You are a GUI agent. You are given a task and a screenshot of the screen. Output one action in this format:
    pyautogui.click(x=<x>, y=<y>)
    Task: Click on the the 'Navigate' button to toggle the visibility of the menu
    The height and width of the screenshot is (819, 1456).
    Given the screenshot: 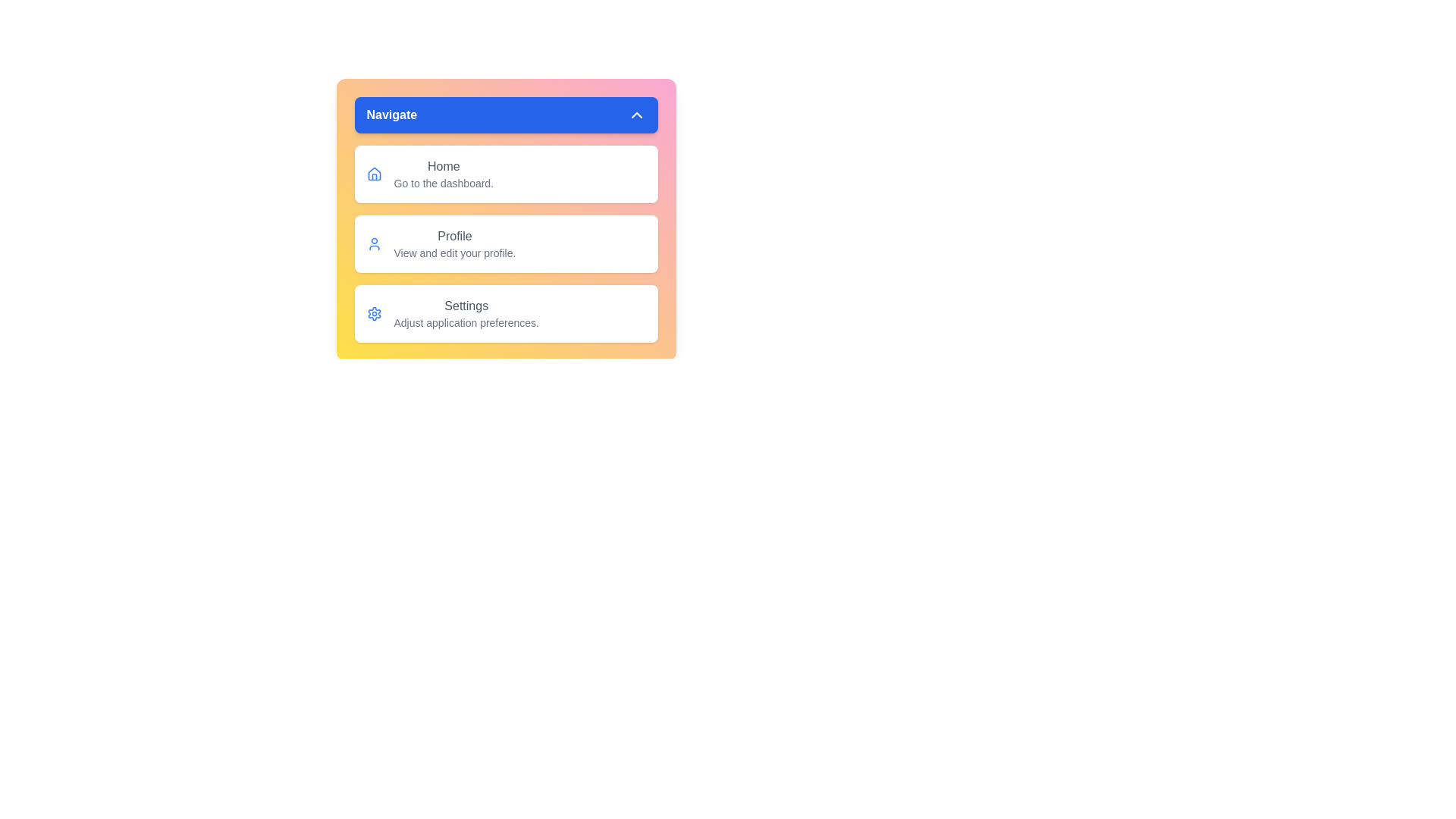 What is the action you would take?
    pyautogui.click(x=506, y=114)
    